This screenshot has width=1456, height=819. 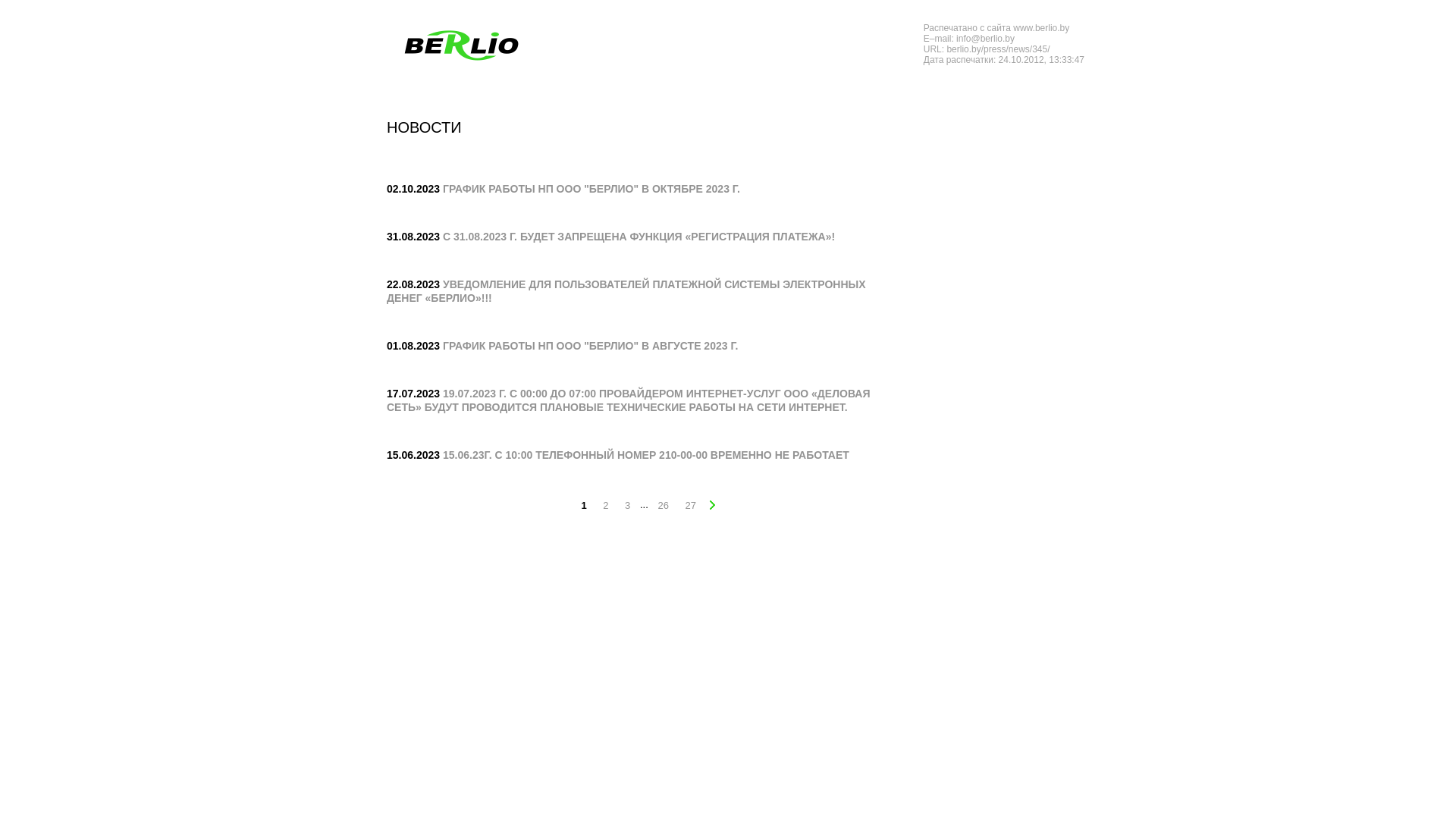 I want to click on '3', so click(x=627, y=506).